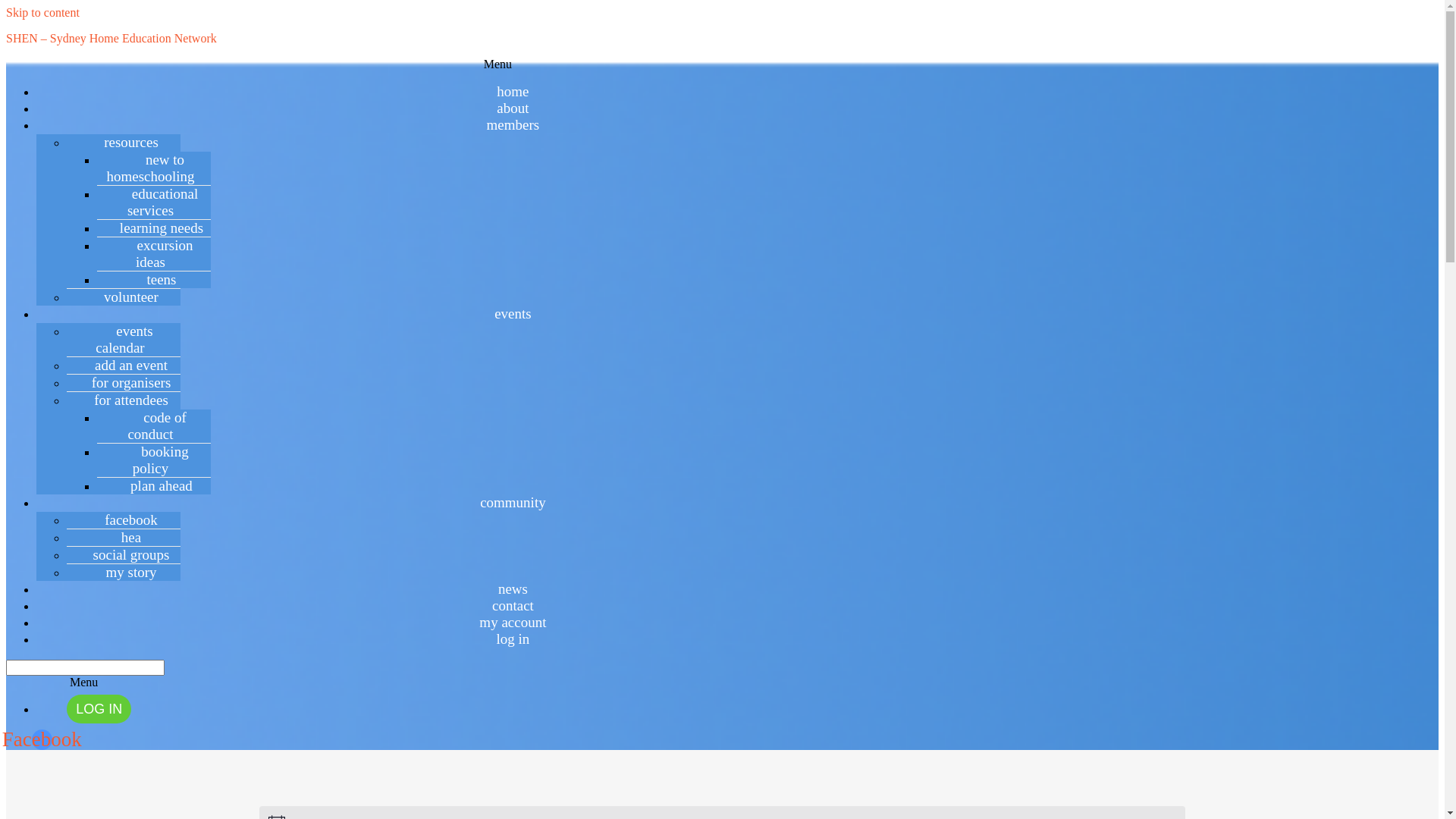 The width and height of the screenshot is (1456, 819). Describe the element at coordinates (124, 554) in the screenshot. I see `'social groups'` at that location.